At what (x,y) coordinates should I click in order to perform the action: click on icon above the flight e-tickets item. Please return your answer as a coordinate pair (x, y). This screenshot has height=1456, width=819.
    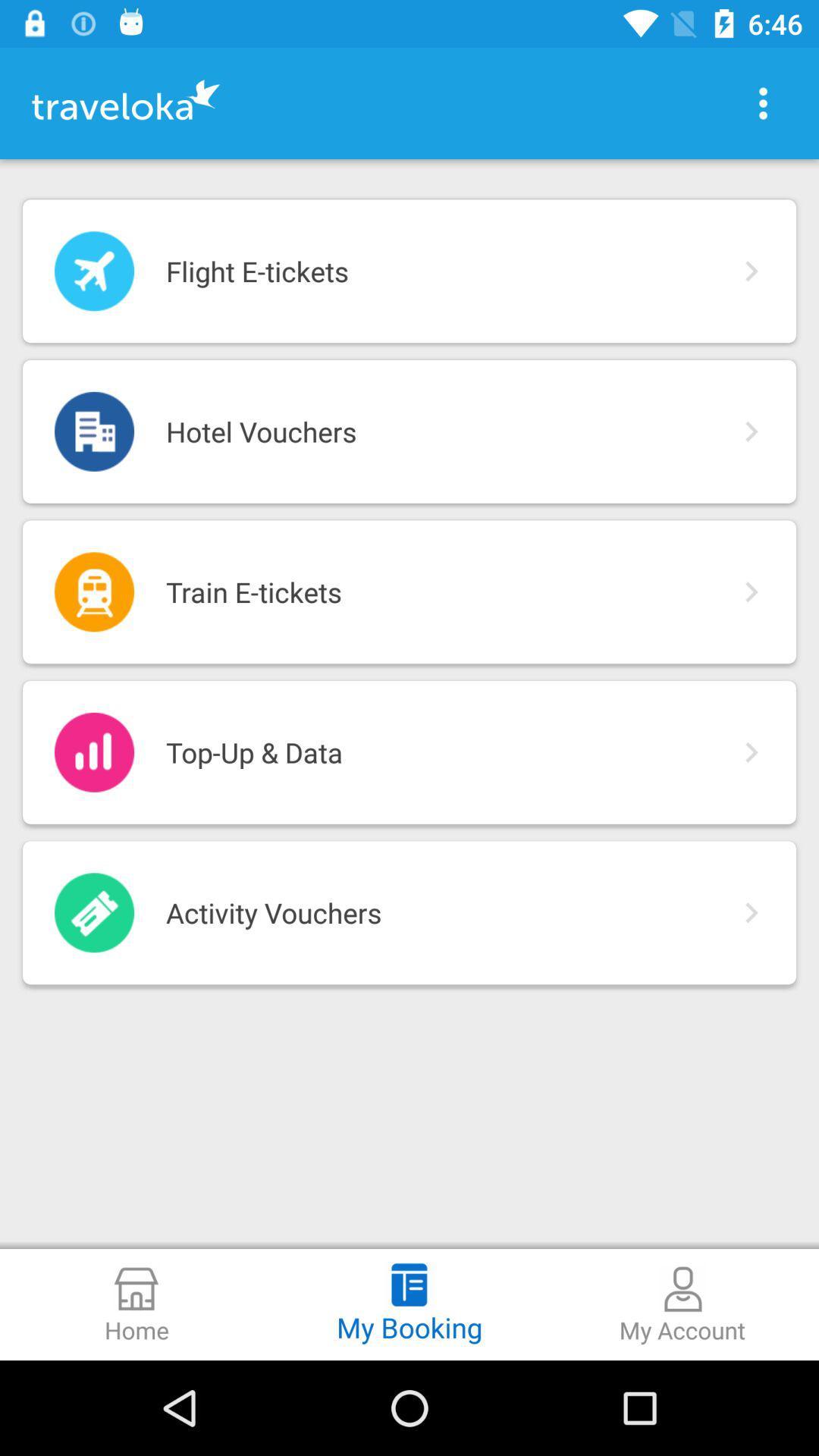
    Looking at the image, I should click on (763, 102).